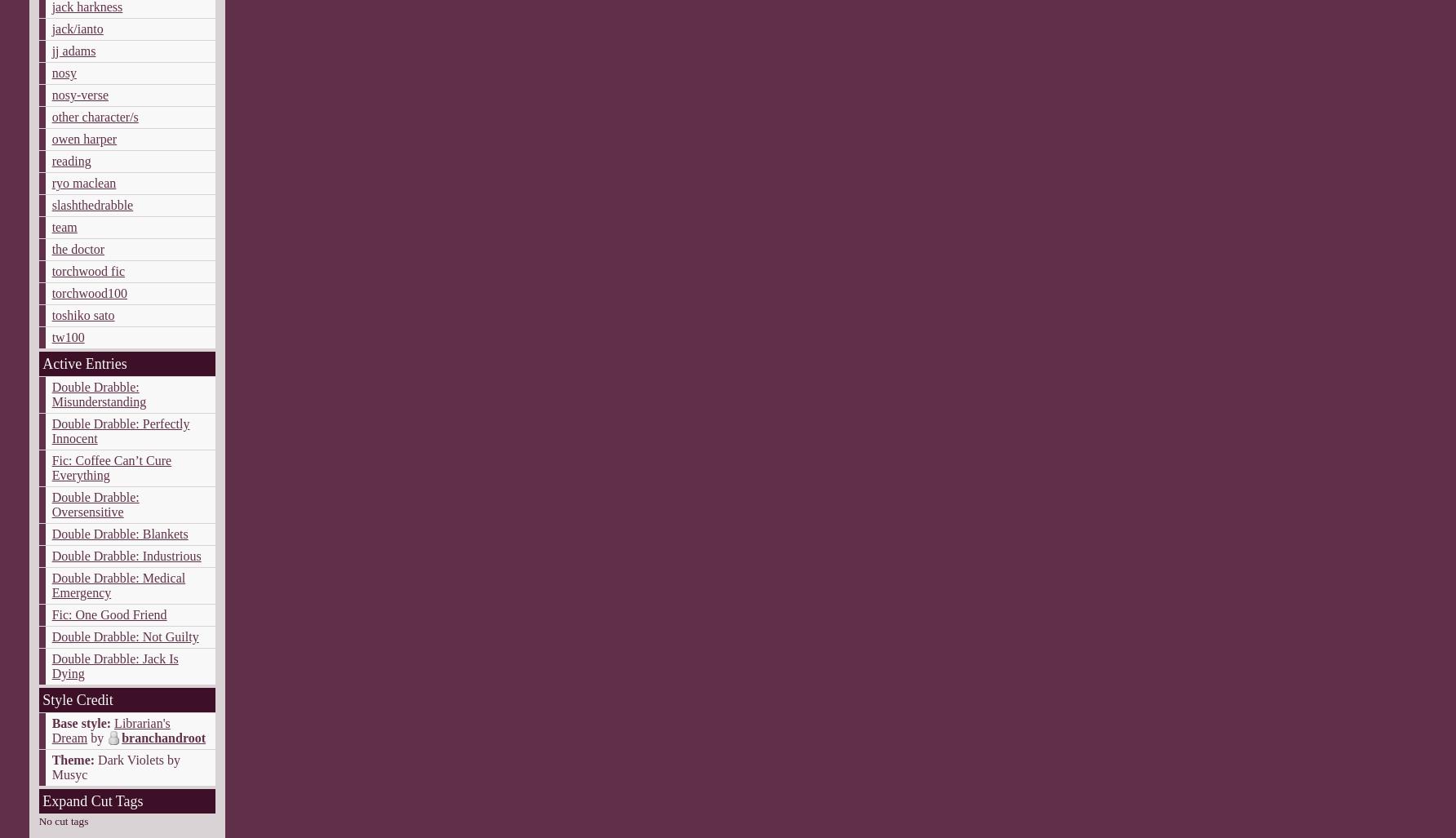 The height and width of the screenshot is (838, 1456). What do you see at coordinates (83, 139) in the screenshot?
I see `'owen harper'` at bounding box center [83, 139].